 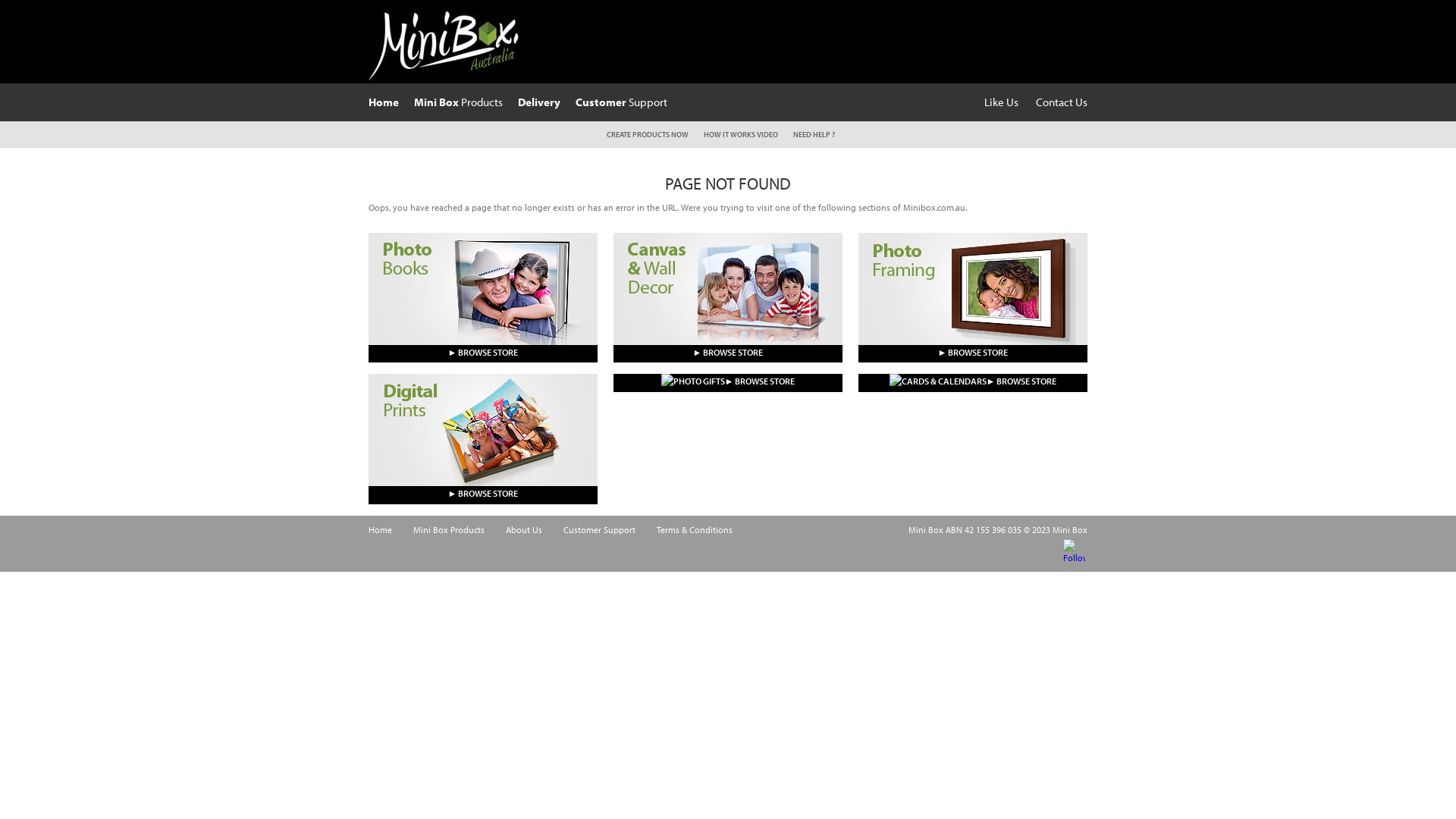 I want to click on 'CREATE PRODUCTS NOW', so click(x=648, y=133).